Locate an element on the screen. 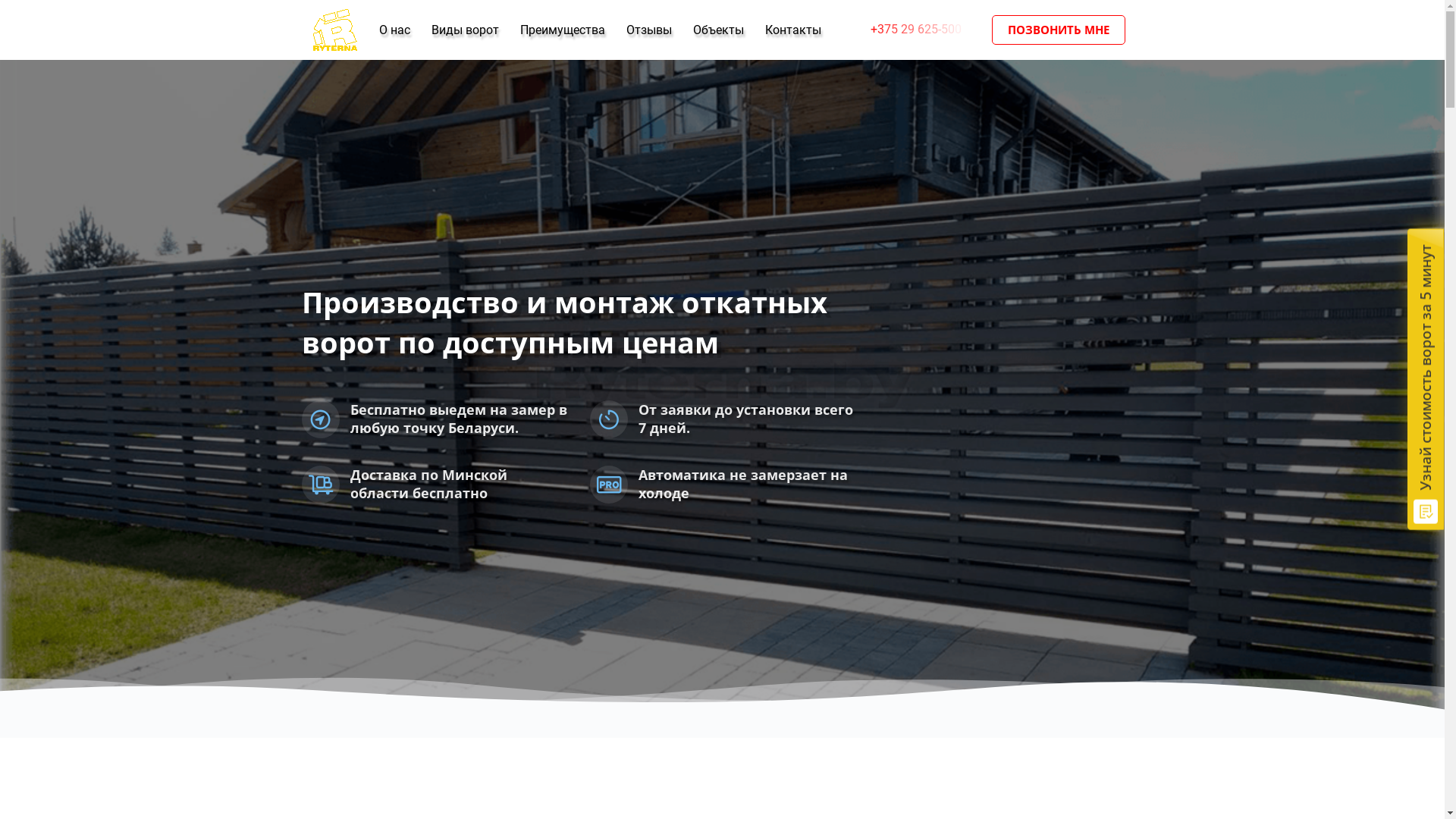 The image size is (1456, 819). '+375 29 625-500' is located at coordinates (855, 29).